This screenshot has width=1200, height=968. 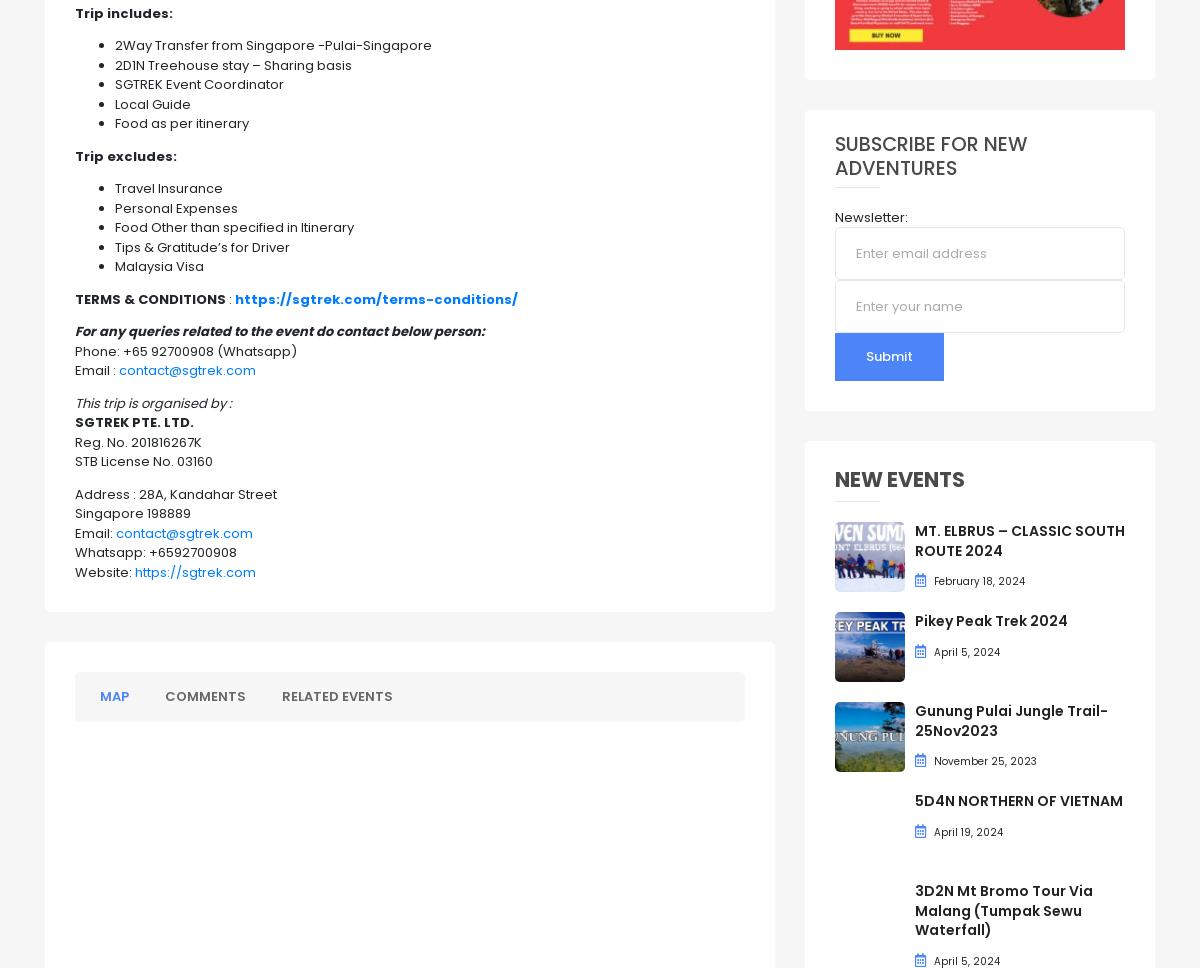 What do you see at coordinates (930, 155) in the screenshot?
I see `'Subscribe For New Adventures'` at bounding box center [930, 155].